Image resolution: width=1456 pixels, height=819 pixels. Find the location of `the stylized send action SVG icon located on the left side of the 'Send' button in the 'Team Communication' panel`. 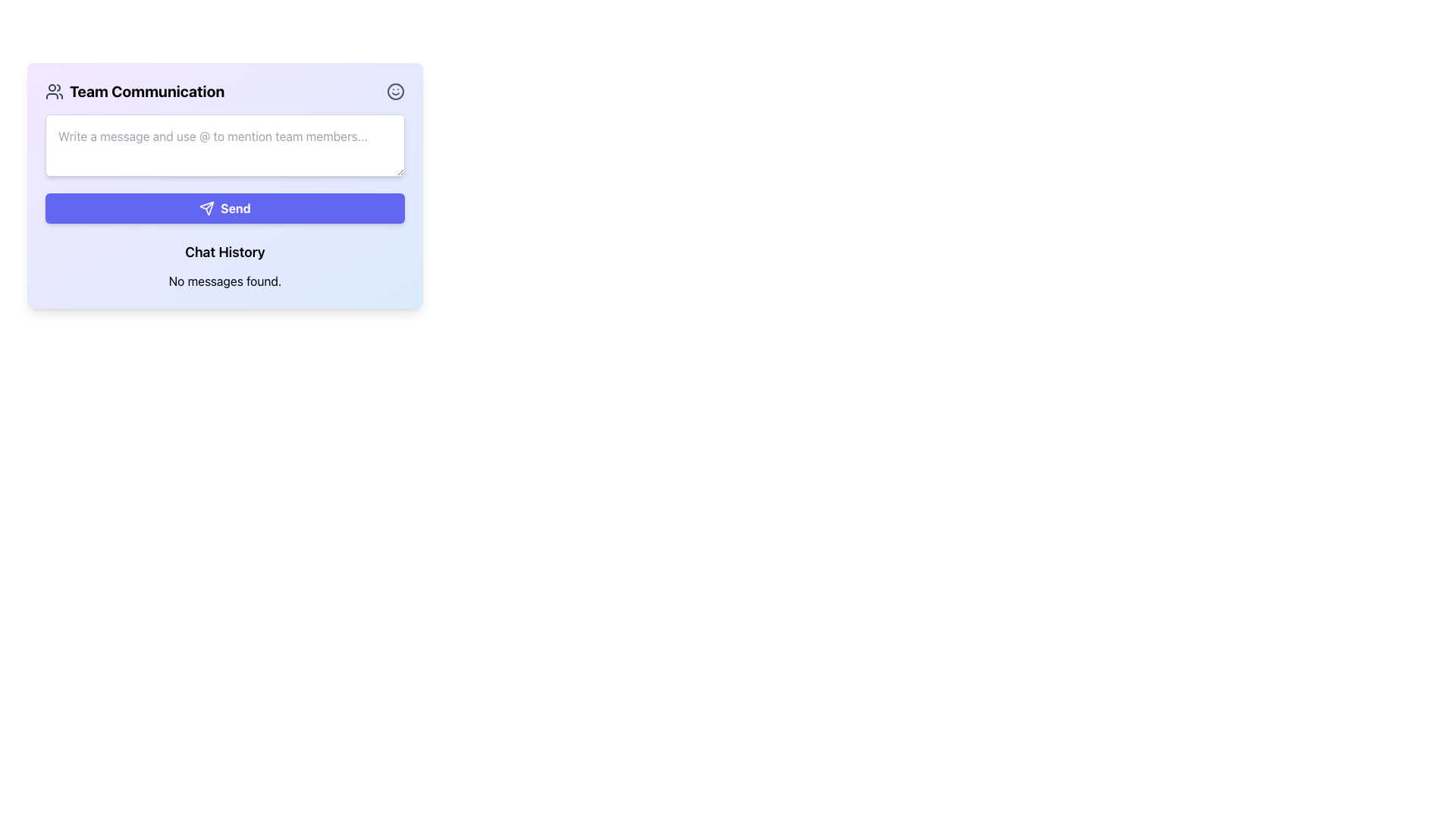

the stylized send action SVG icon located on the left side of the 'Send' button in the 'Team Communication' panel is located at coordinates (206, 208).